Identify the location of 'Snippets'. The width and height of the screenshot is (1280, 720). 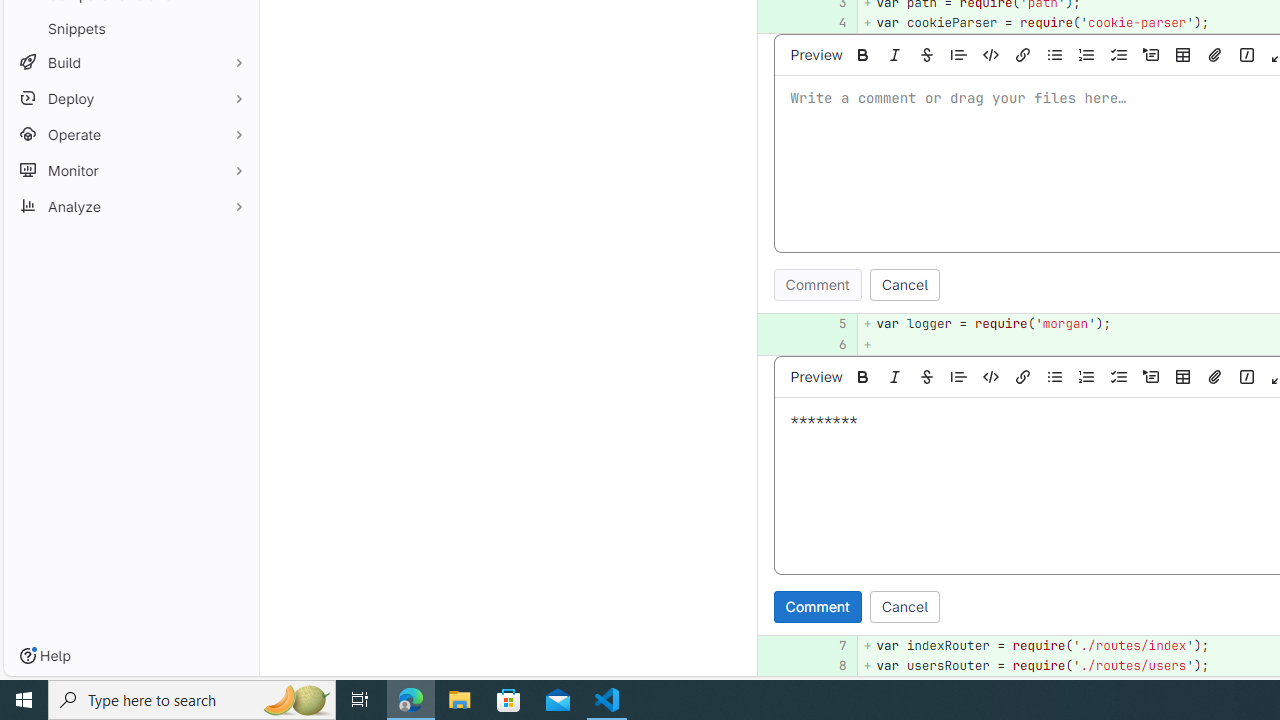
(130, 28).